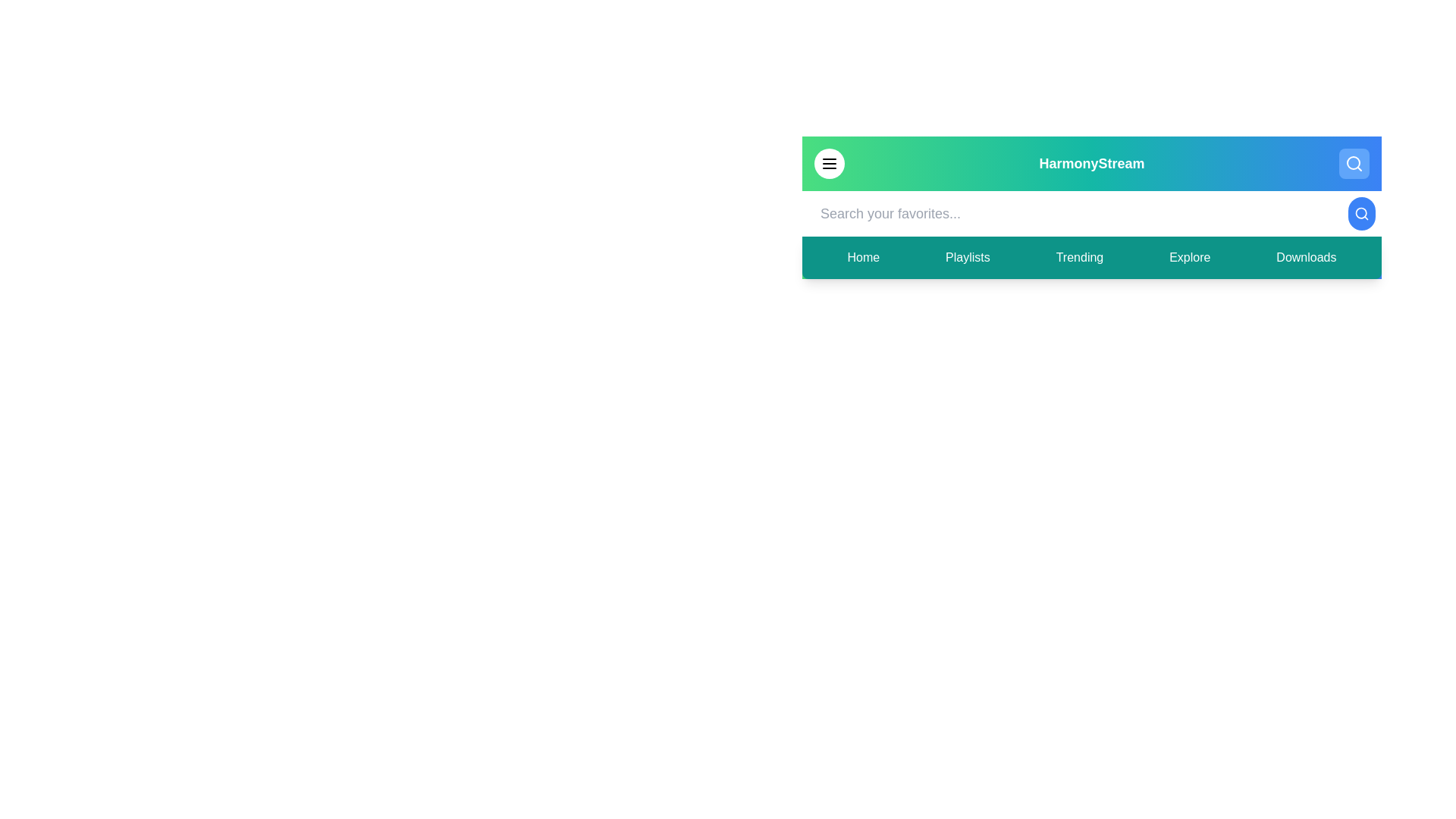 This screenshot has height=819, width=1456. Describe the element at coordinates (862, 256) in the screenshot. I see `the navigation menu item corresponding to Home` at that location.